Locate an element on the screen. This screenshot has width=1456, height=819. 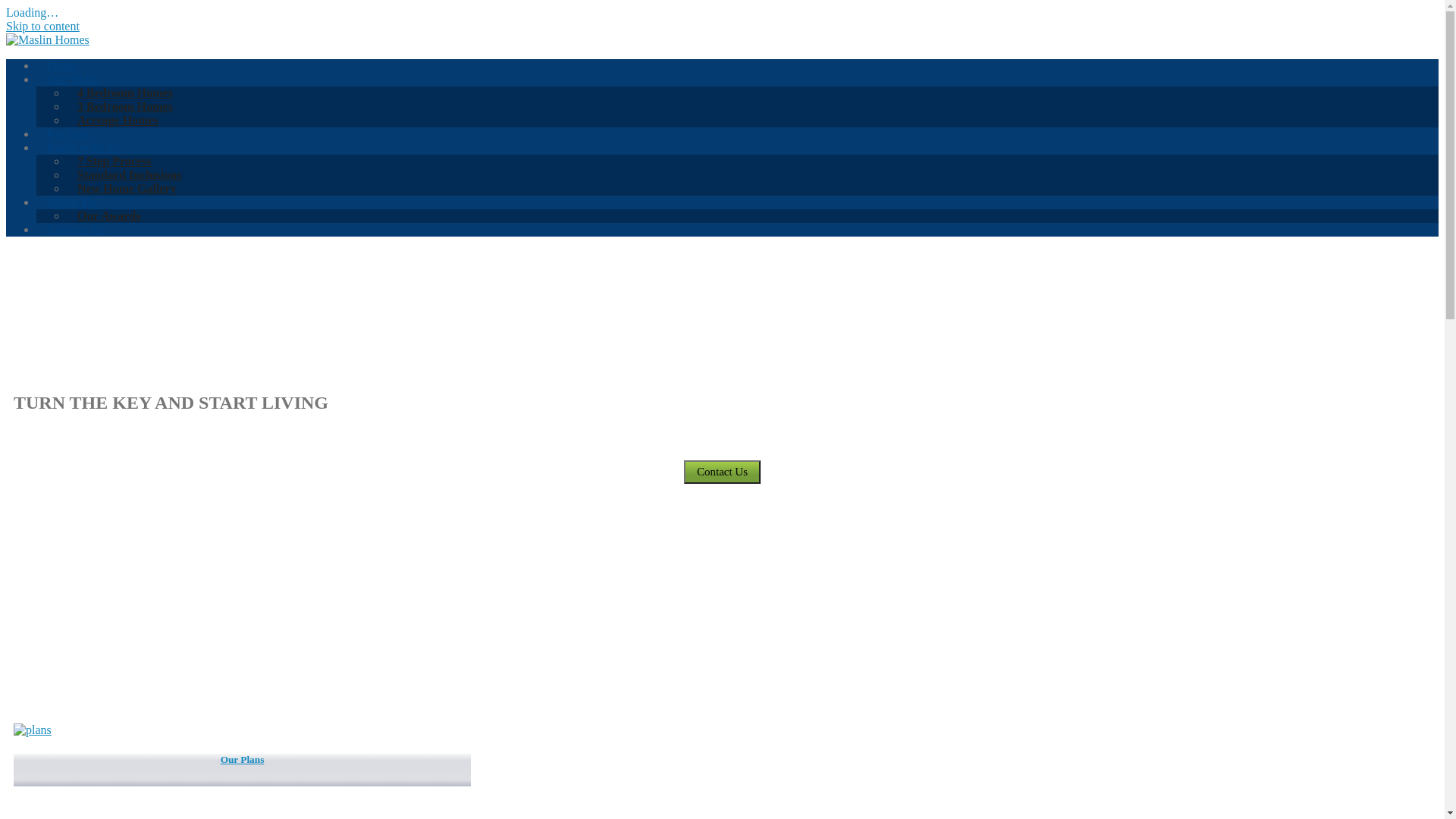
'New Home Gallery' is located at coordinates (127, 187).